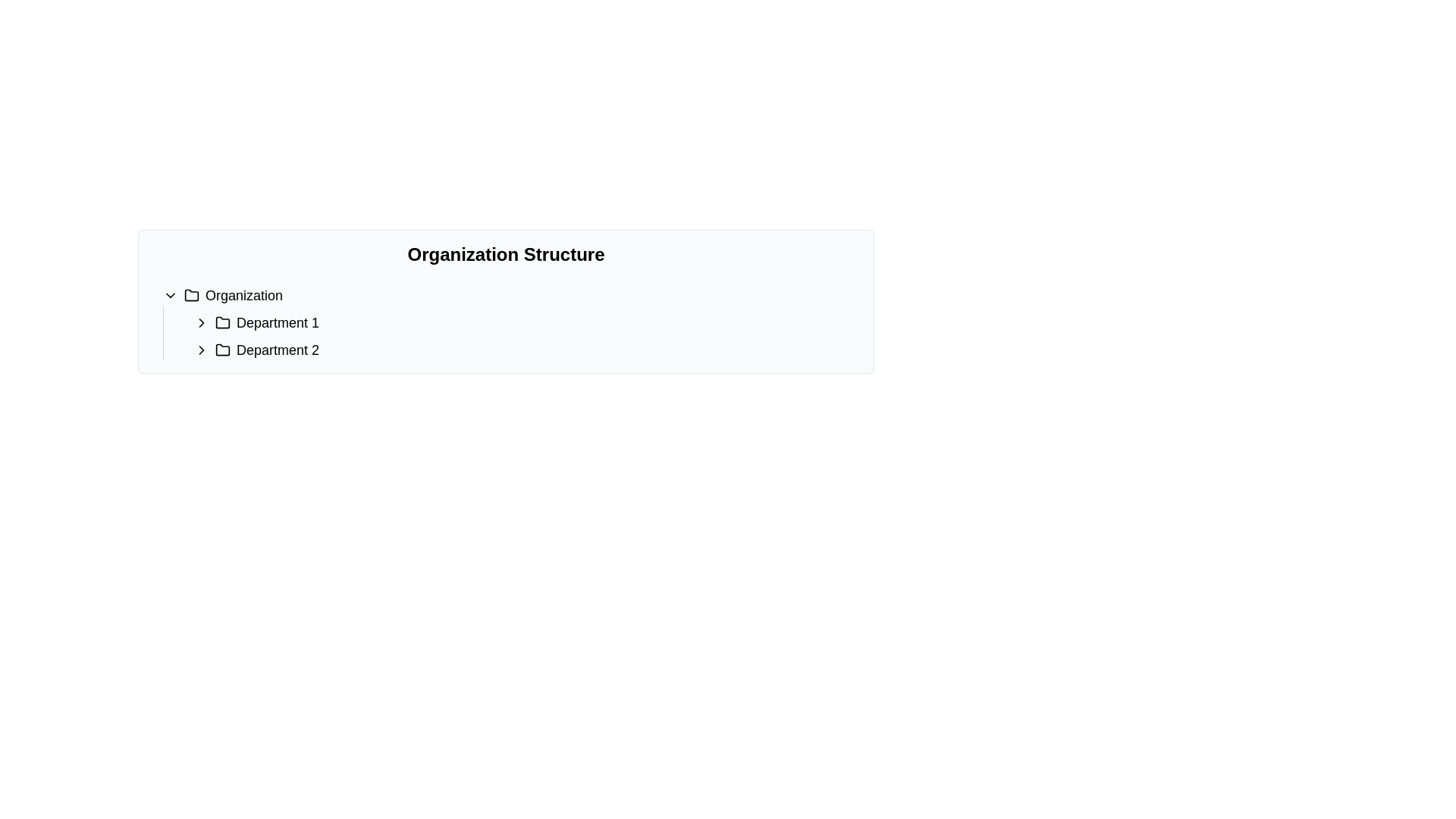  Describe the element at coordinates (221, 321) in the screenshot. I see `the folder icon that visually represents a directory, located beside the text 'Department 1'` at that location.